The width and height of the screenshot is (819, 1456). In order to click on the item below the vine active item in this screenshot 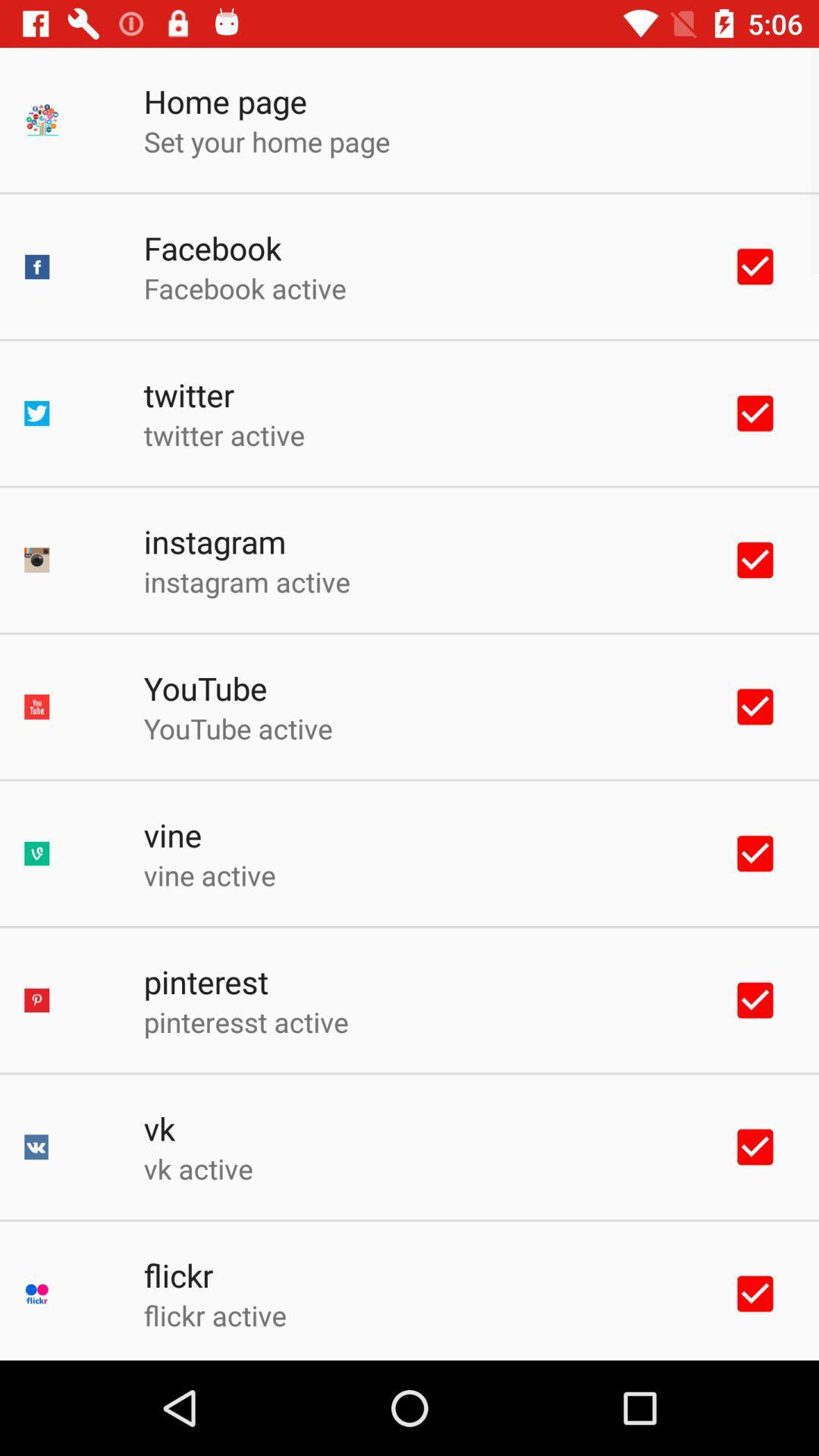, I will do `click(206, 981)`.